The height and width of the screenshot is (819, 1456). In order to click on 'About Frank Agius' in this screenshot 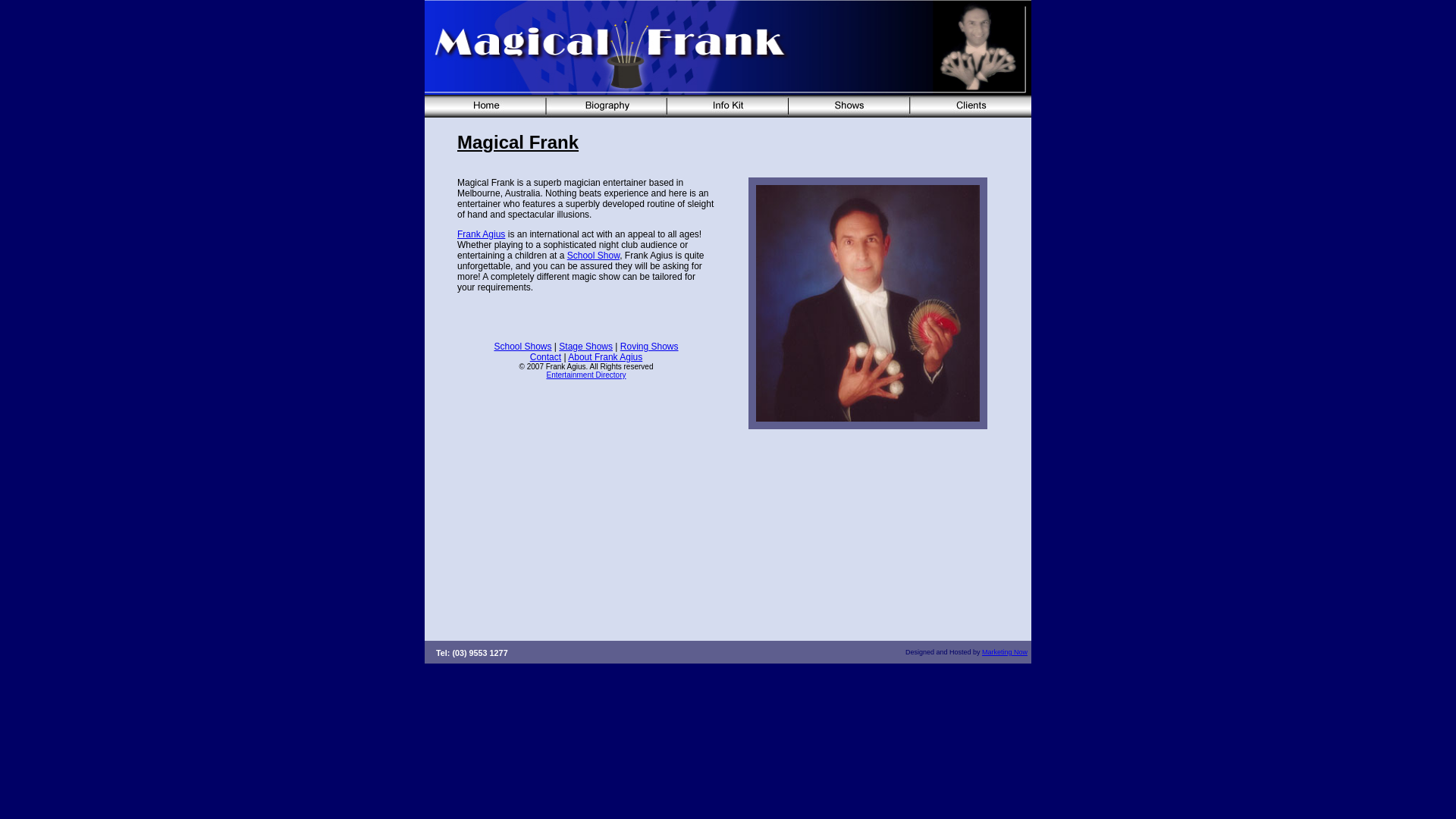, I will do `click(604, 356)`.